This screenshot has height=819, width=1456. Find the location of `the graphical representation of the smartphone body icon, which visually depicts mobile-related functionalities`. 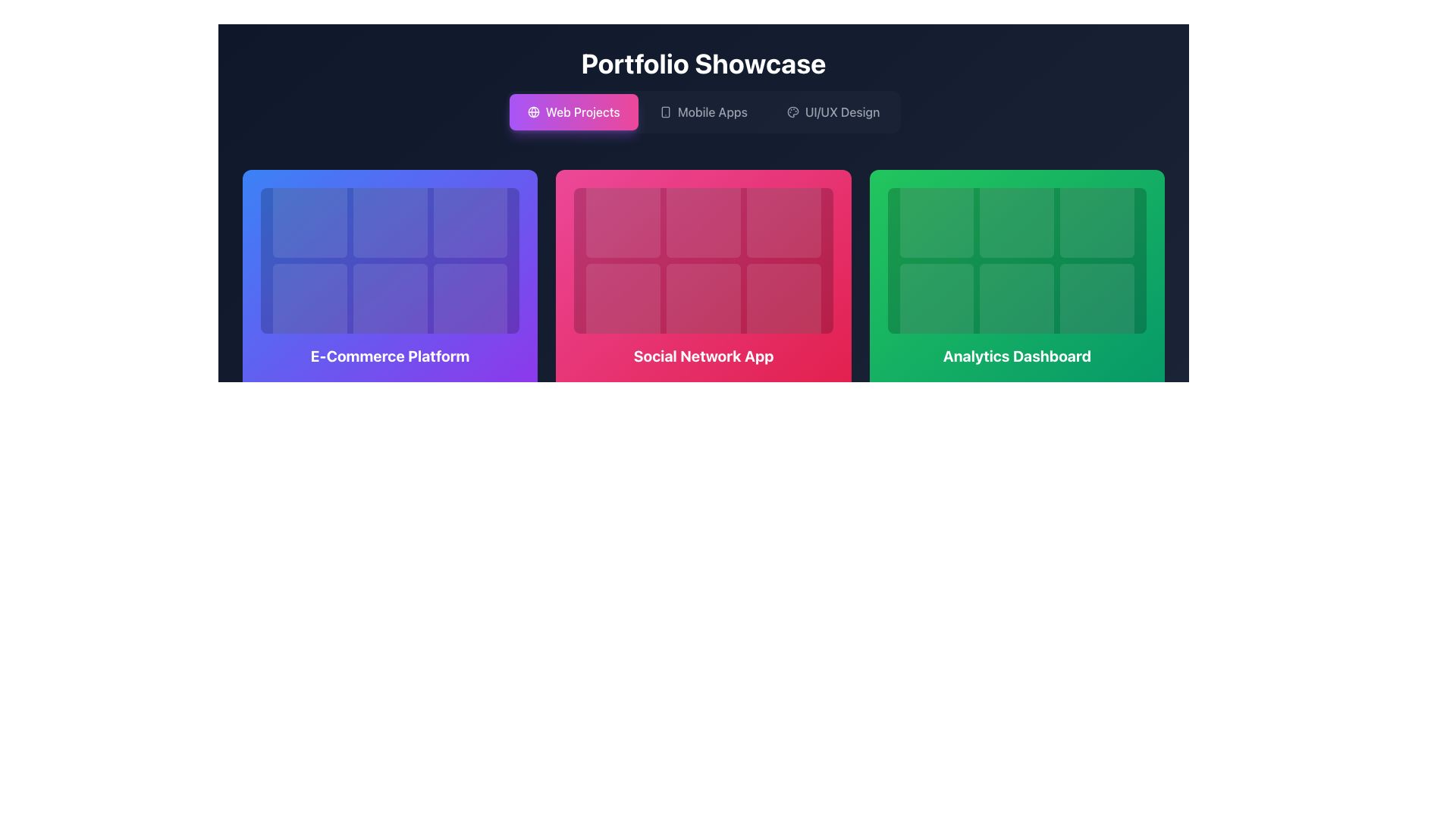

the graphical representation of the smartphone body icon, which visually depicts mobile-related functionalities is located at coordinates (665, 111).